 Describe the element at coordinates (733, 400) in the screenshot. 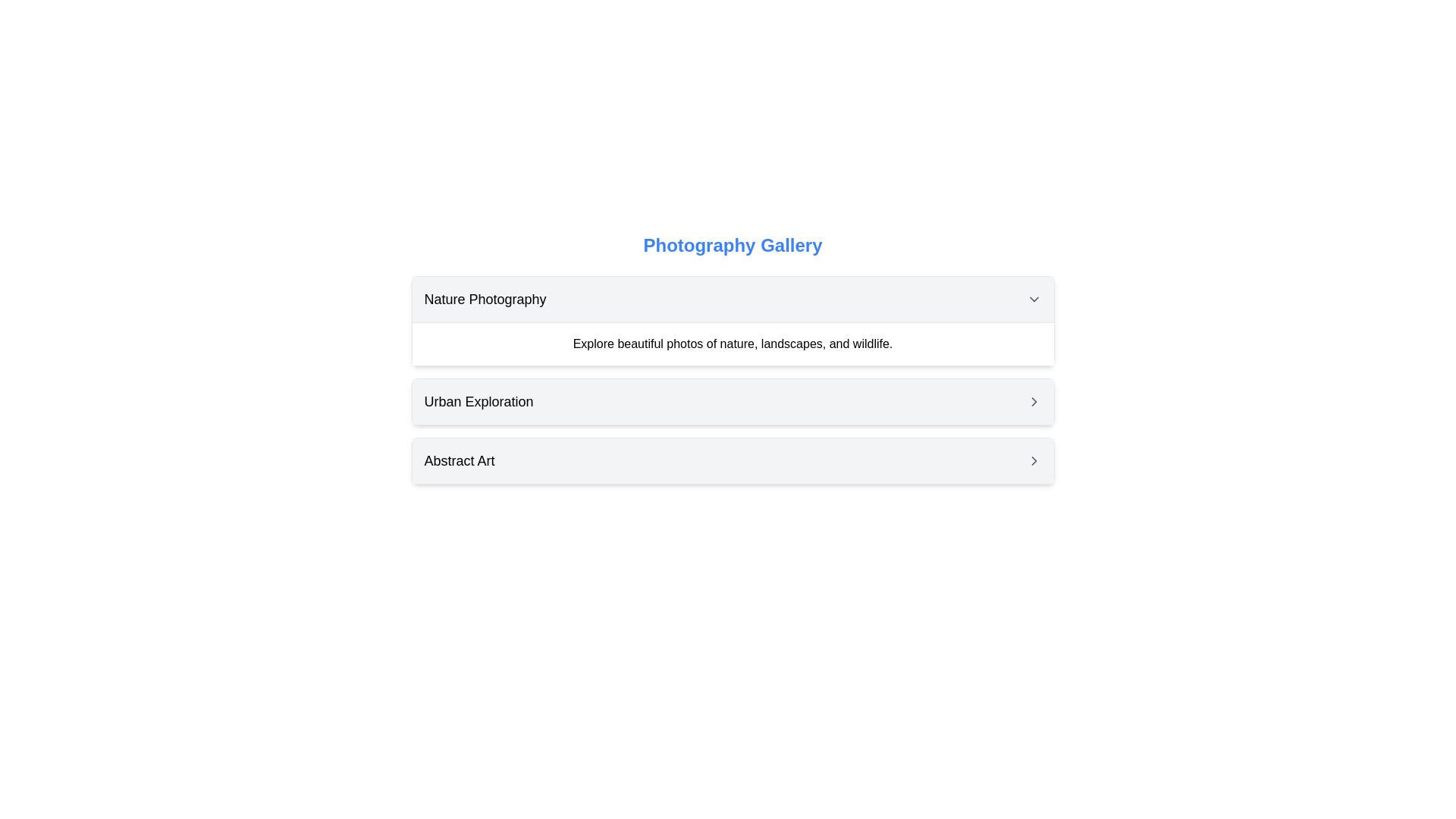

I see `the selectable list item labeled 'Urban Exploration'` at that location.